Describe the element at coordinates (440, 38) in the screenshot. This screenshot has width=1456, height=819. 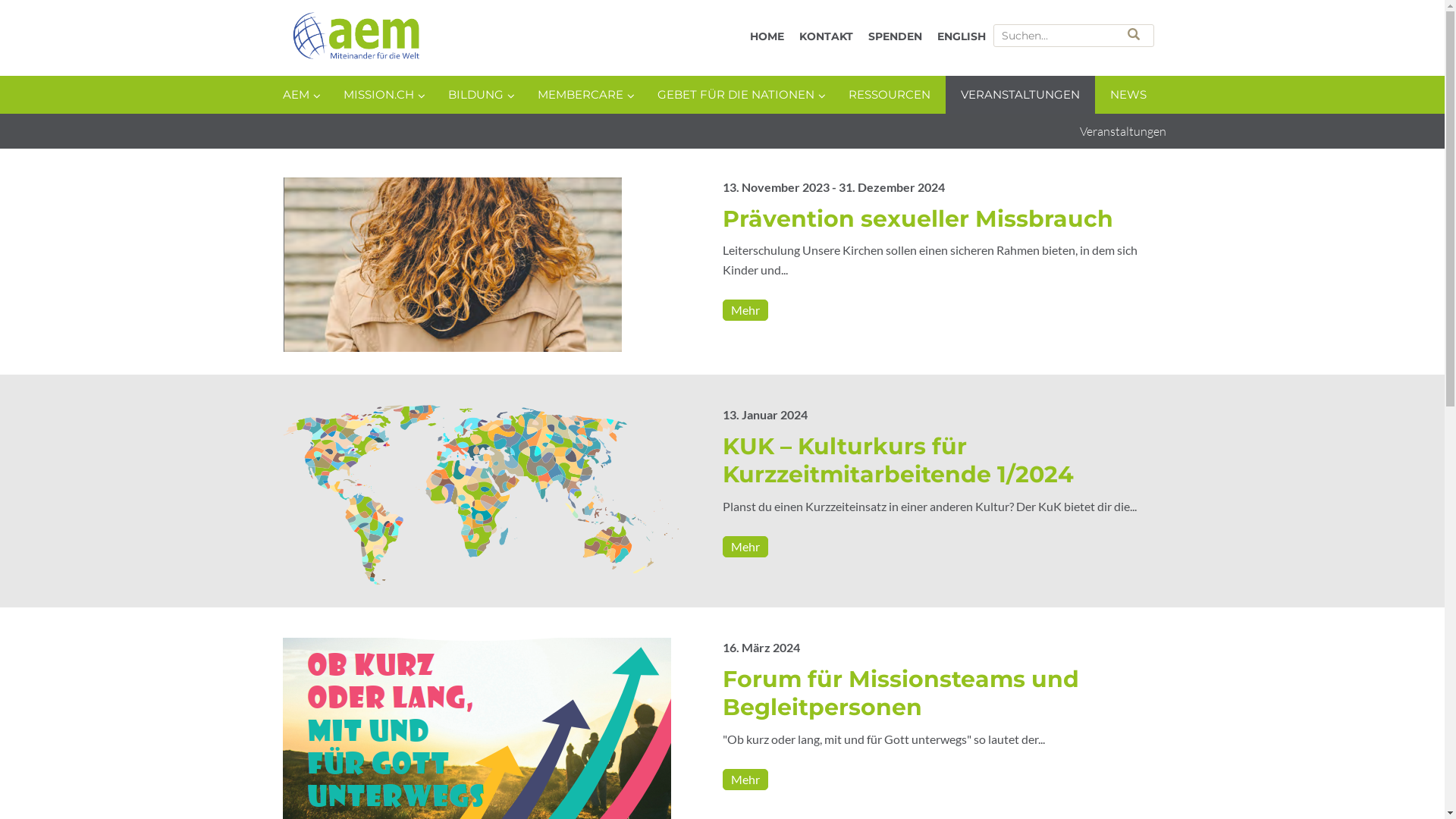
I see `'AEM'` at that location.